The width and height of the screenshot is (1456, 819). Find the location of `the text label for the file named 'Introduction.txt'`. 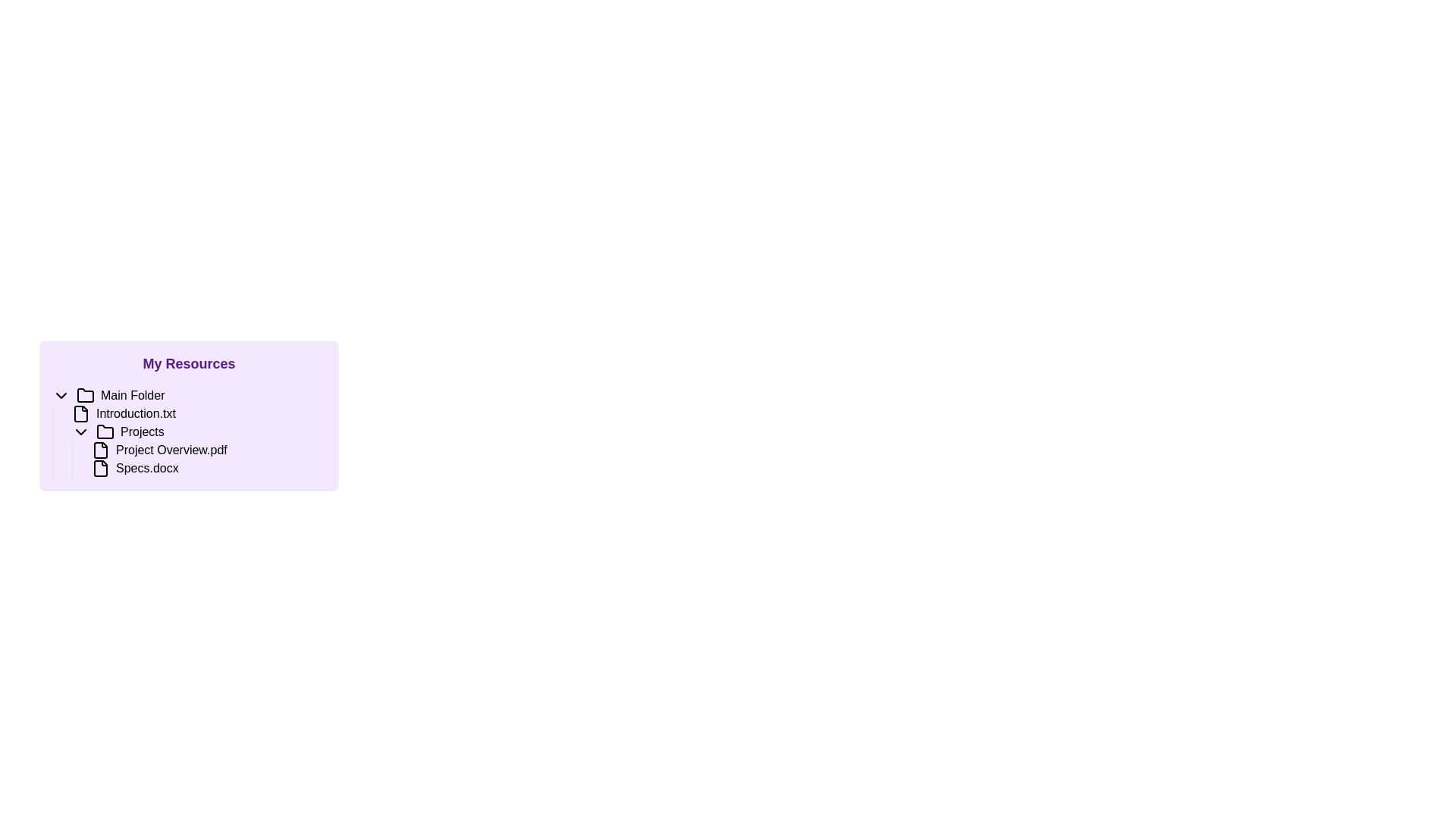

the text label for the file named 'Introduction.txt' is located at coordinates (136, 414).